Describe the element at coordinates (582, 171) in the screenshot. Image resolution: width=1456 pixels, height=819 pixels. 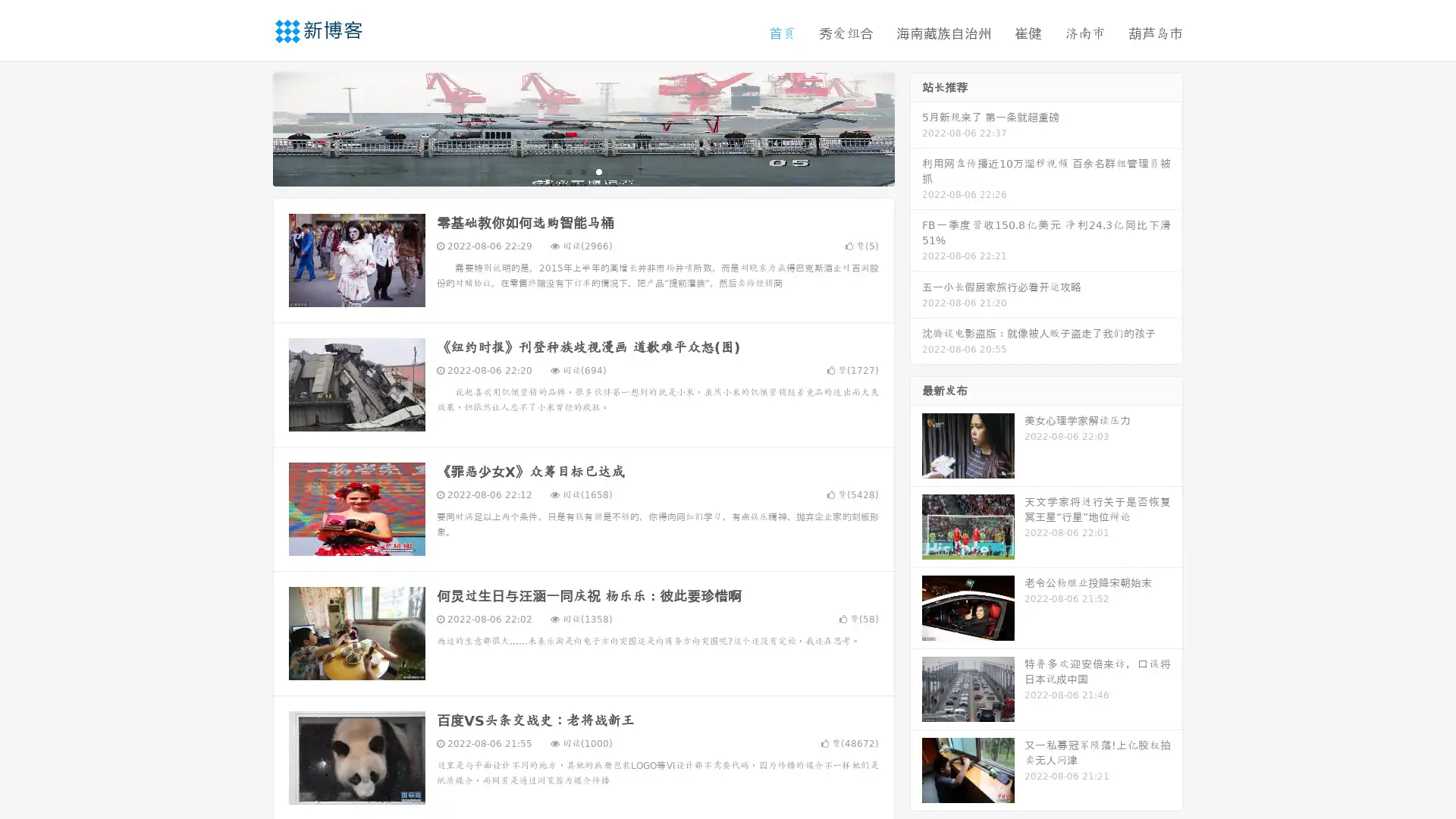
I see `Go to slide 2` at that location.